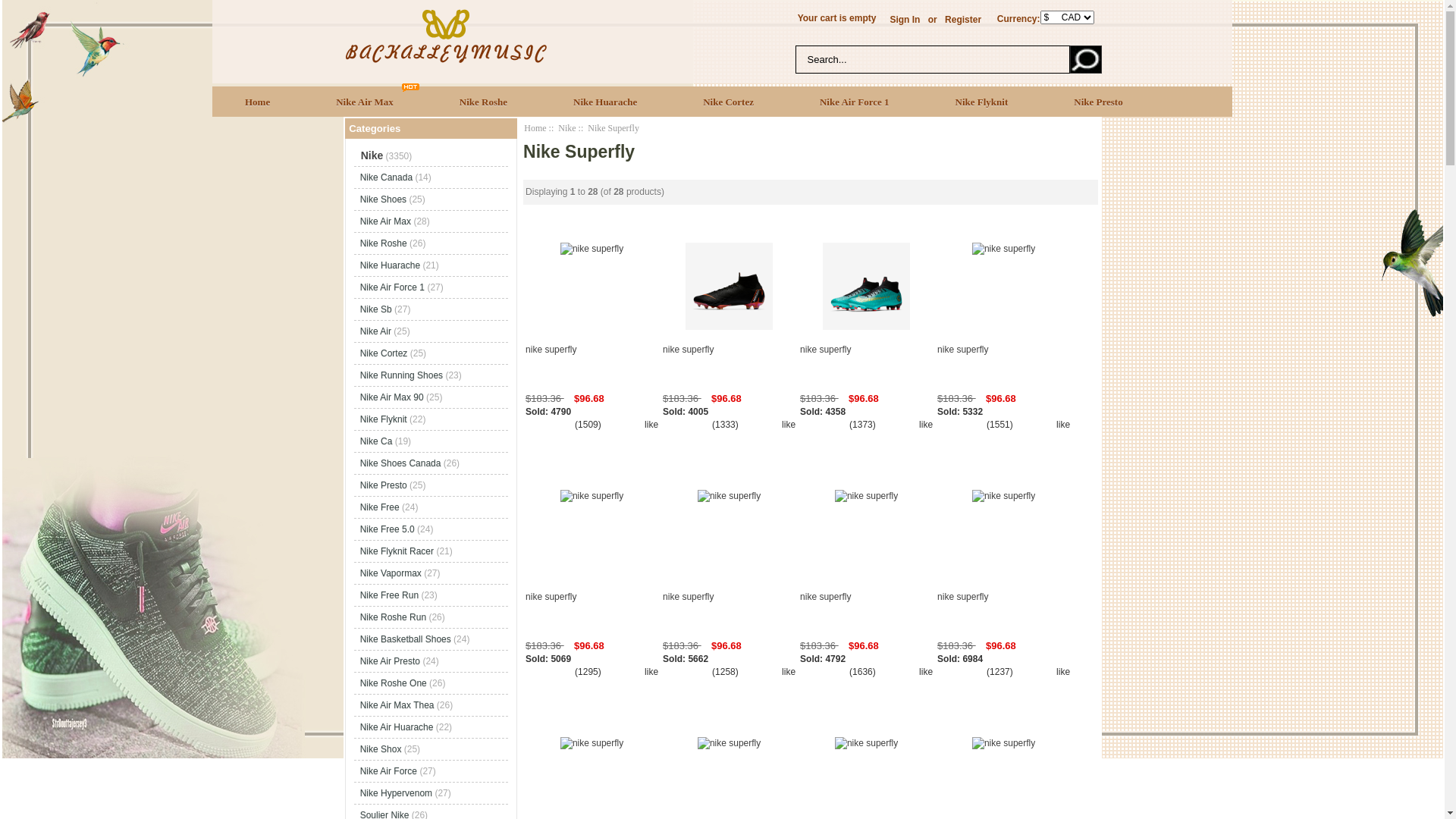 This screenshot has height=819, width=1456. I want to click on ' backalleymusic.ca ', so click(341, 34).